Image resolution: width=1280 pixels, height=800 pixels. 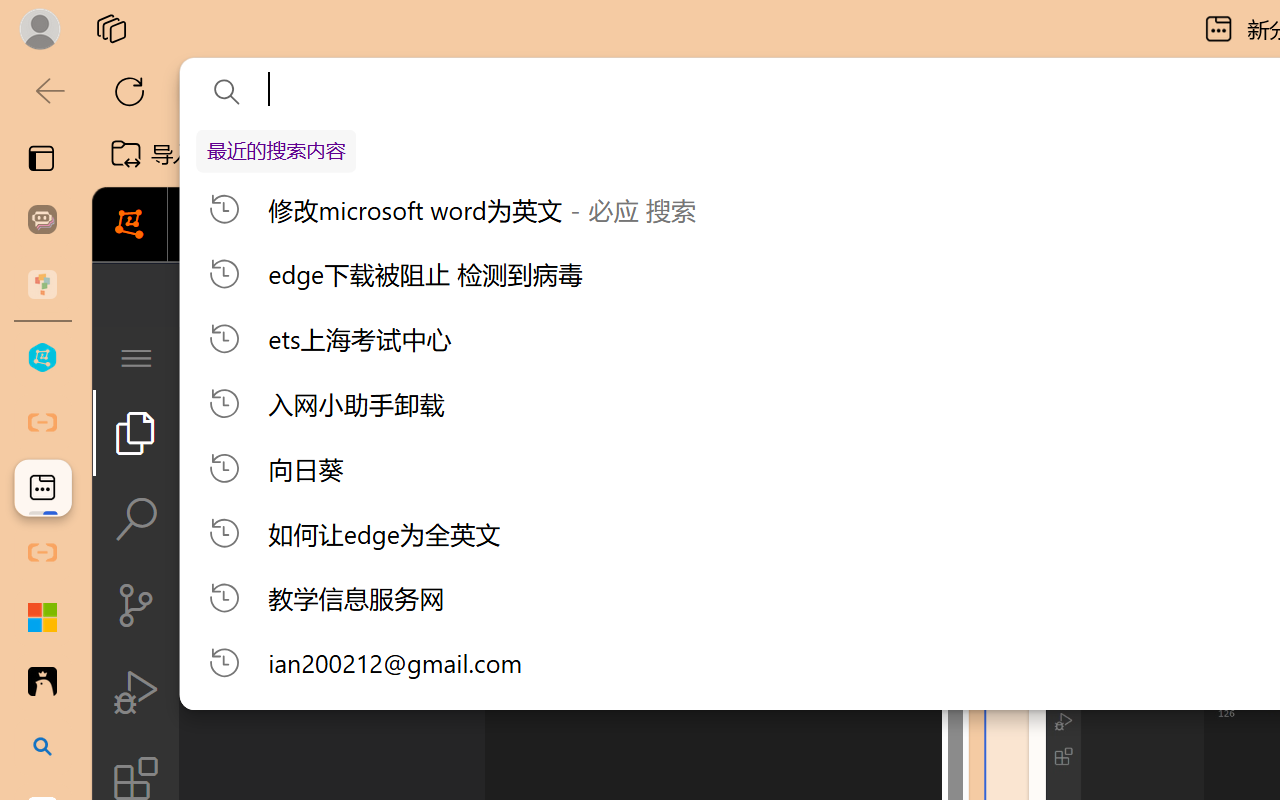 I want to click on 'Adjust indents and spacing - Microsoft Support', so click(x=42, y=617).